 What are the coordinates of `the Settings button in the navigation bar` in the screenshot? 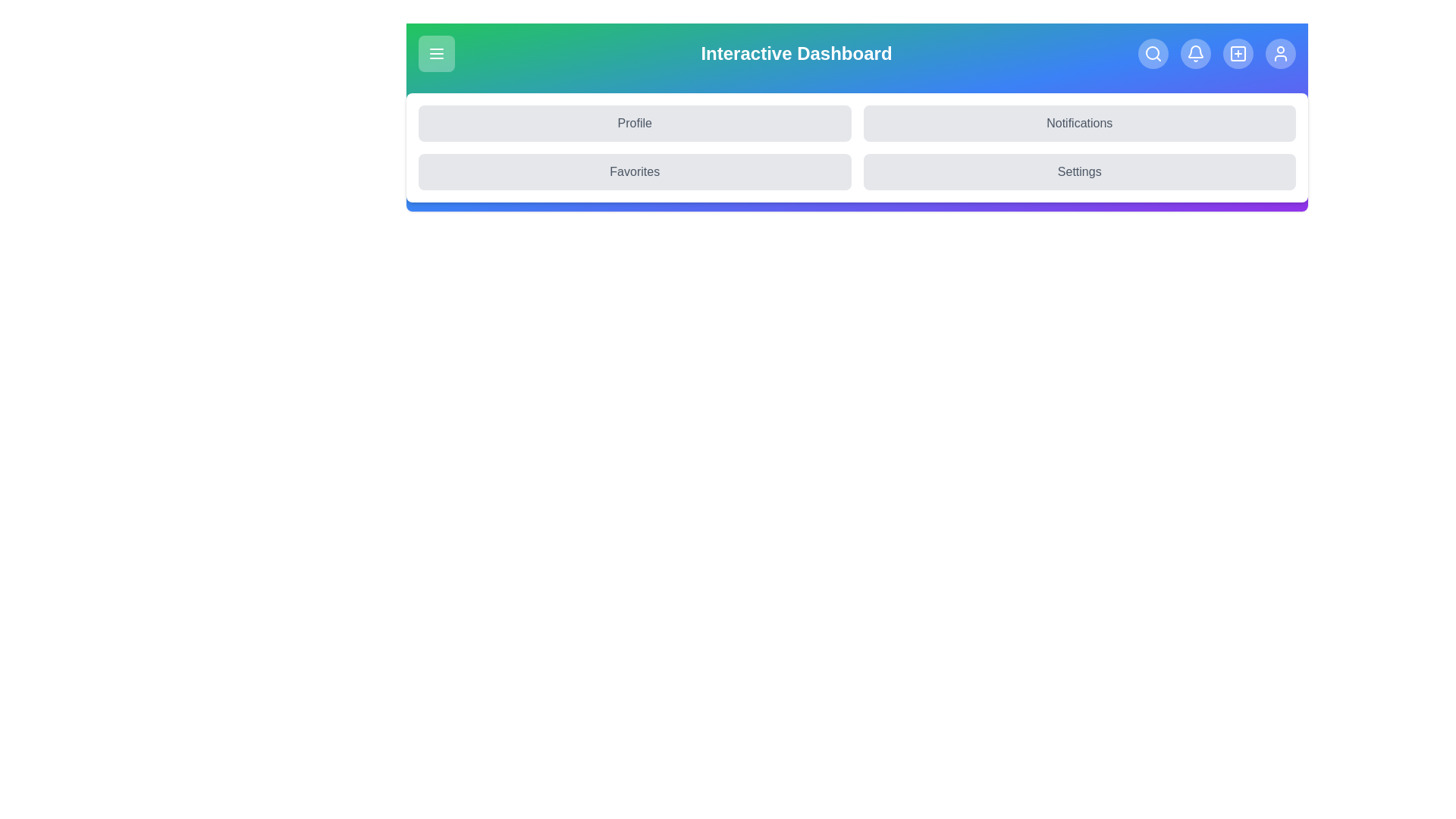 It's located at (1078, 171).